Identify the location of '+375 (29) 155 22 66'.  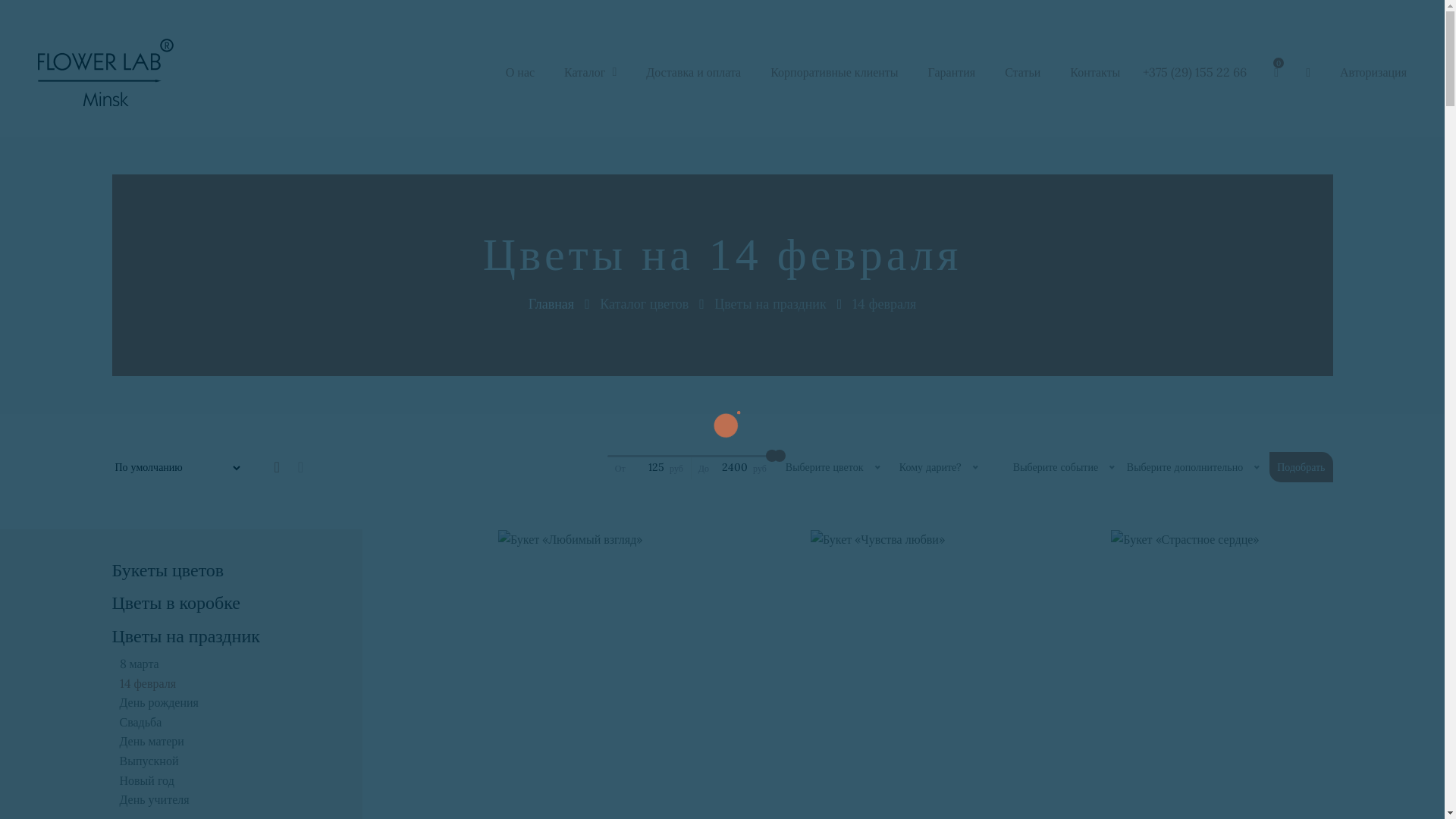
(1194, 72).